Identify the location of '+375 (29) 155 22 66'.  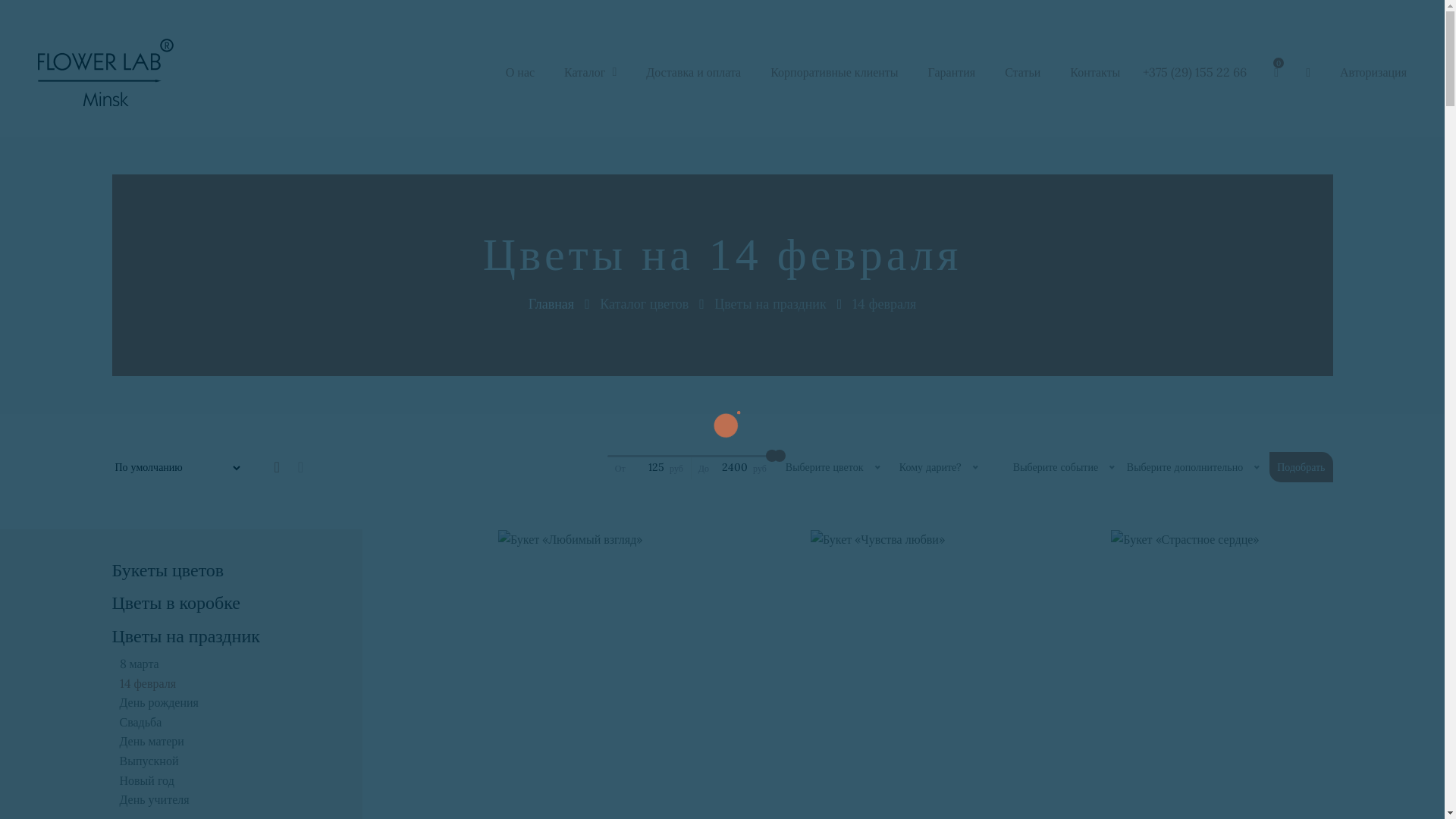
(1194, 72).